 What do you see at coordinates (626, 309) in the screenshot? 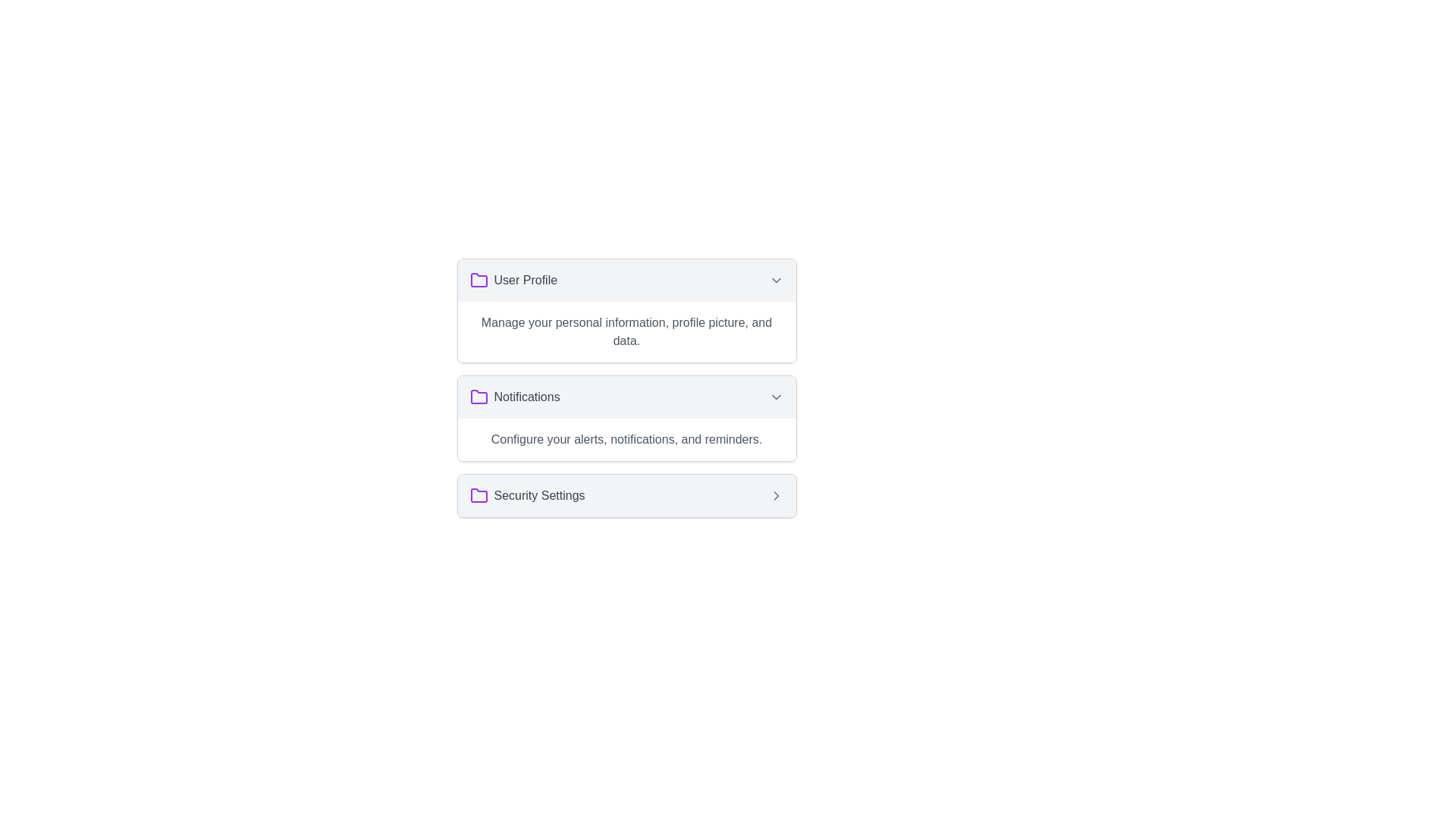
I see `the first card in the 'User Profile' section` at bounding box center [626, 309].